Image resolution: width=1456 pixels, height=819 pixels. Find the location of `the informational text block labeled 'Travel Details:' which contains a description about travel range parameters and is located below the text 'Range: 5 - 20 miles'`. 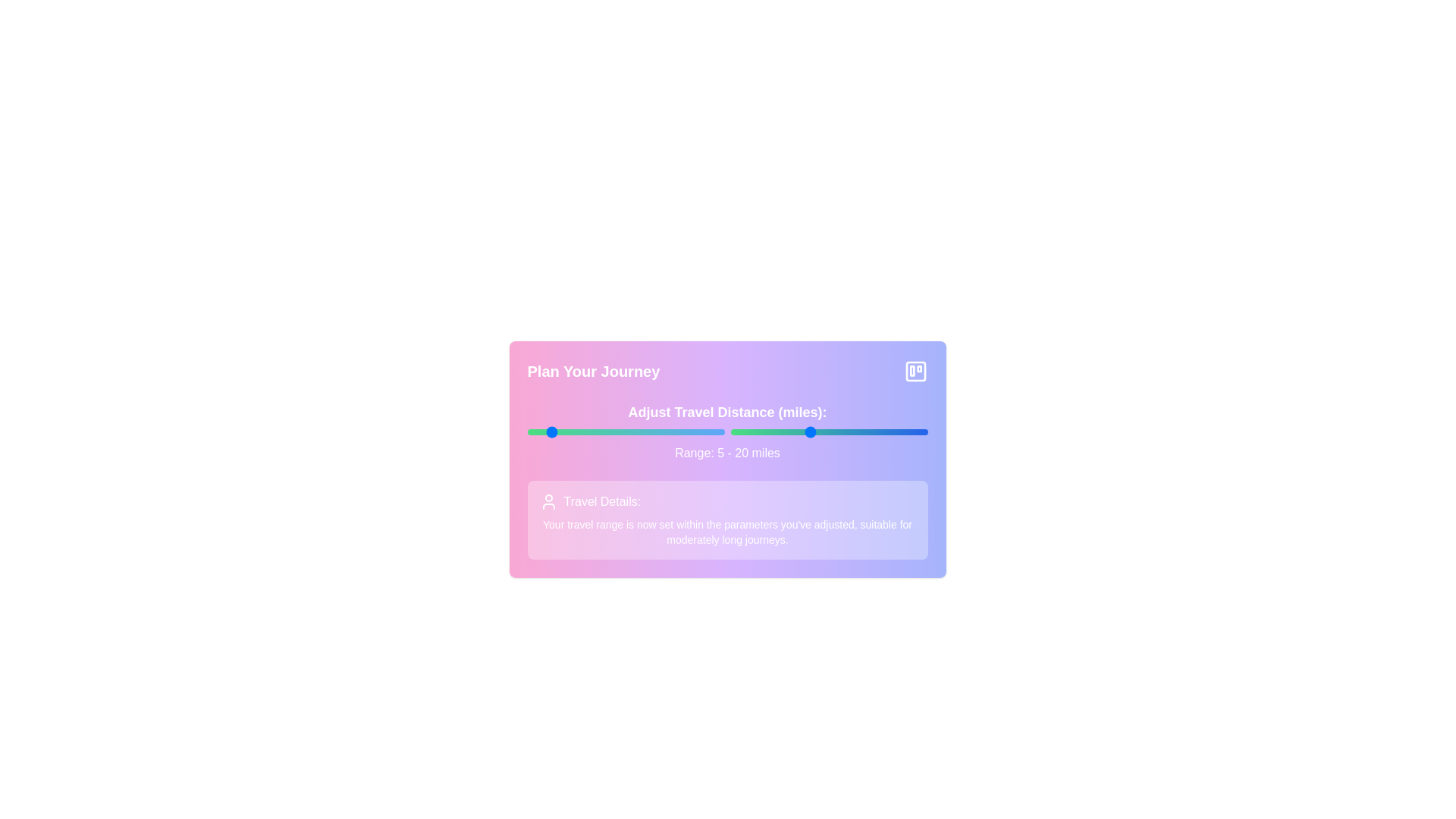

the informational text block labeled 'Travel Details:' which contains a description about travel range parameters and is located below the text 'Range: 5 - 20 miles' is located at coordinates (726, 519).